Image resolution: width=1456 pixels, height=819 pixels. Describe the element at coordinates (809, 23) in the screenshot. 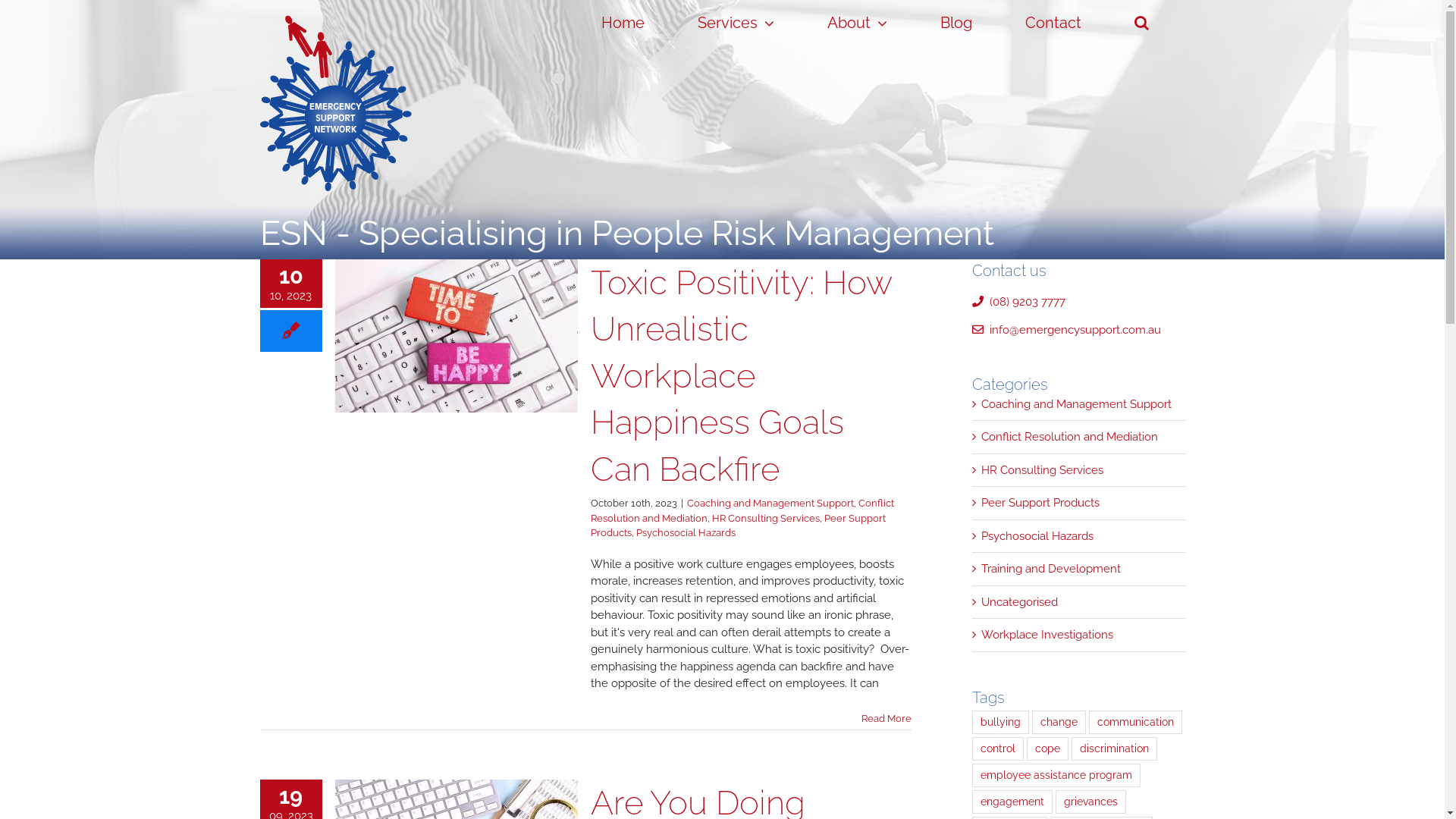

I see `'About'` at that location.